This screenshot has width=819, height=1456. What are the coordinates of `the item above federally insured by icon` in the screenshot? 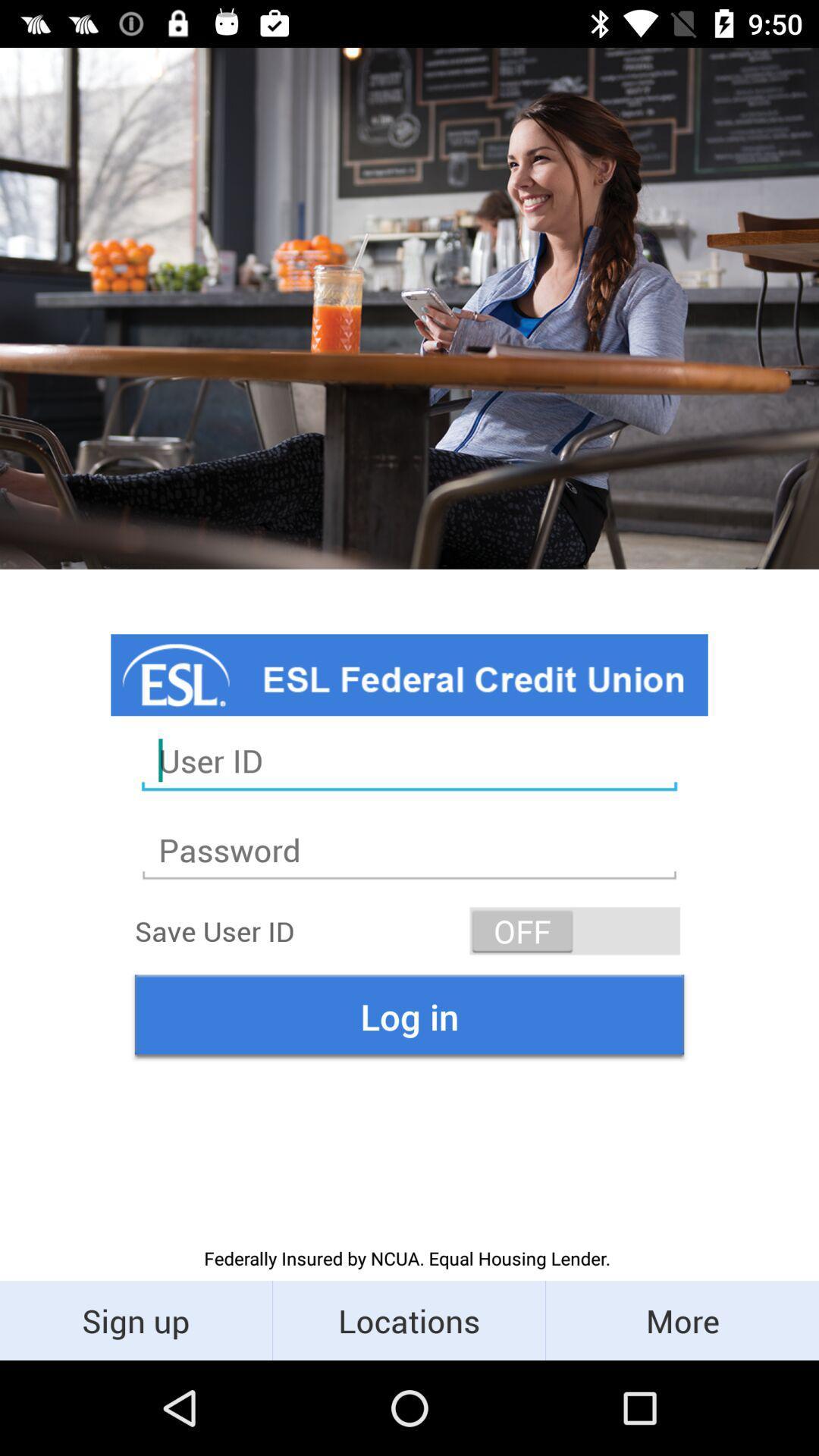 It's located at (409, 1016).